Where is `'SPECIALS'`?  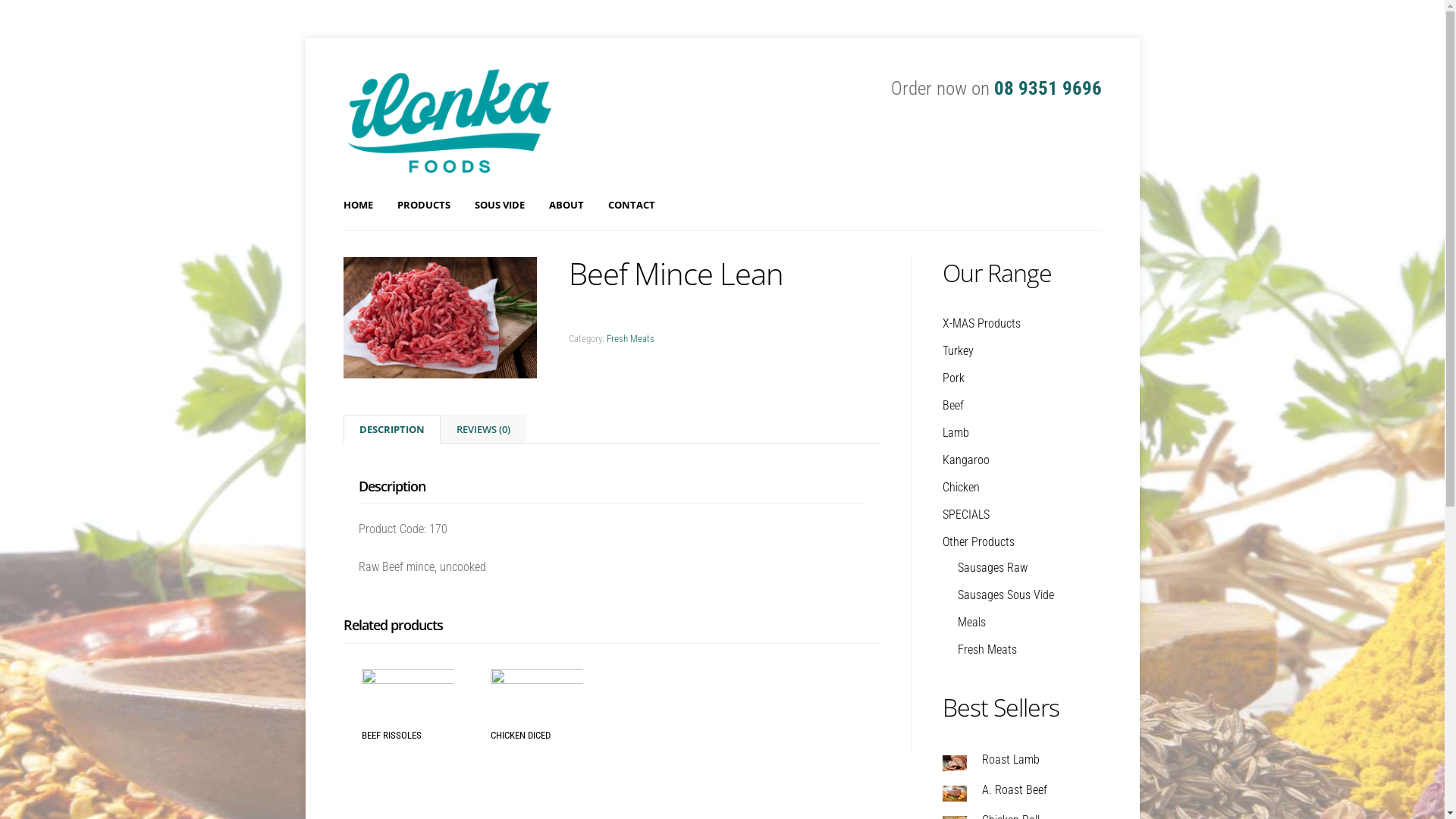 'SPECIALS' is located at coordinates (964, 513).